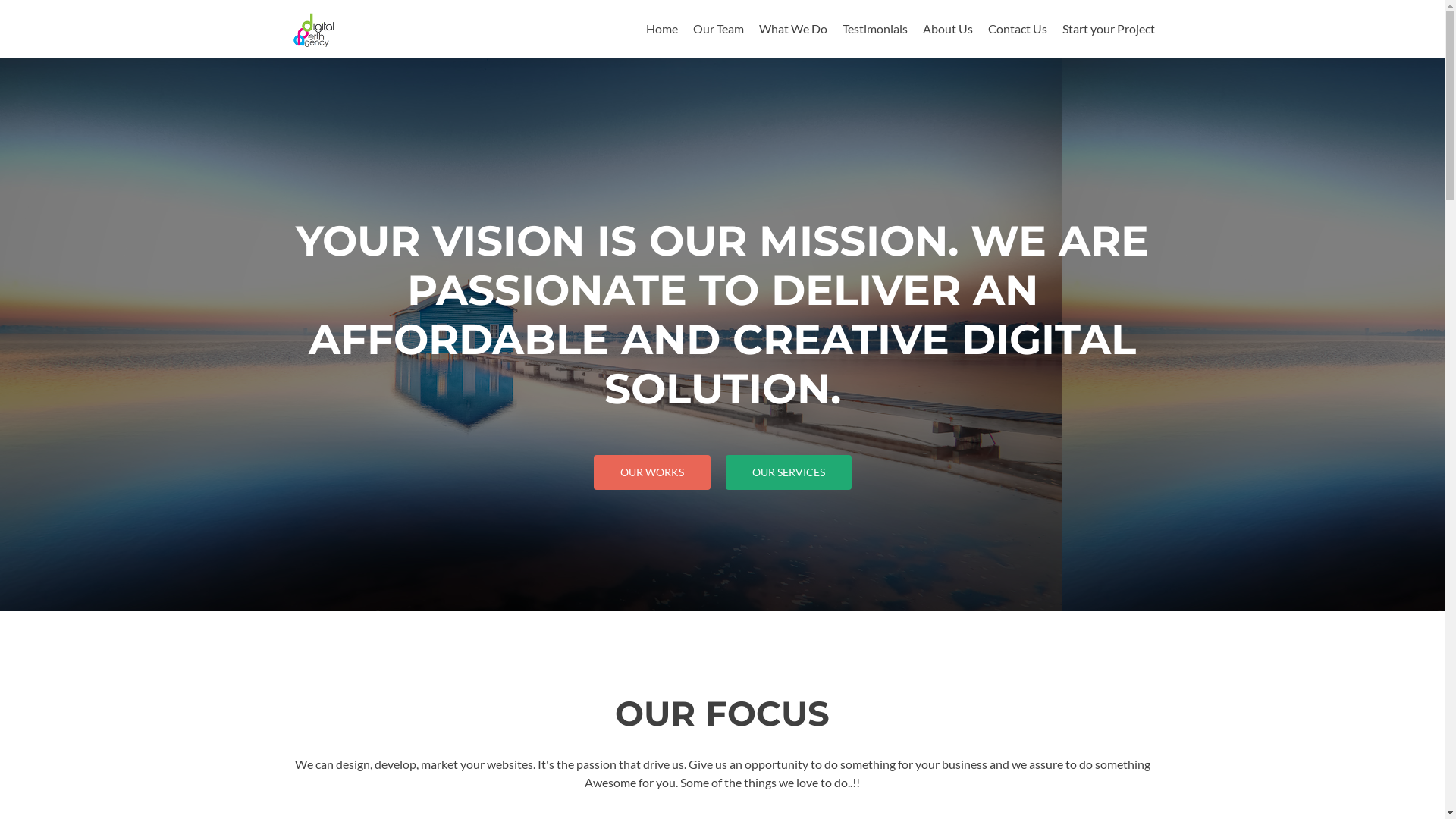  What do you see at coordinates (1107, 28) in the screenshot?
I see `'Start your Project'` at bounding box center [1107, 28].